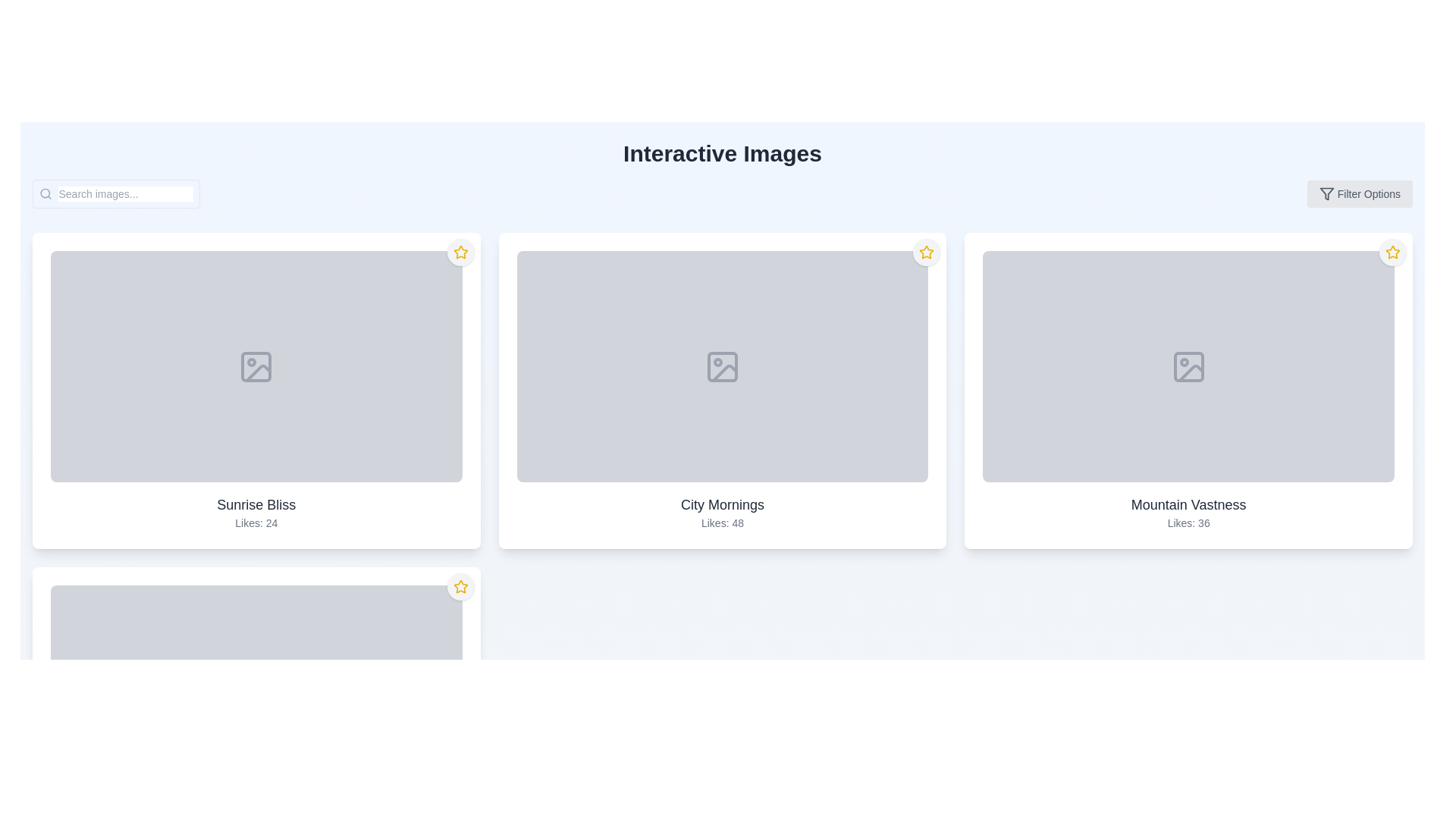 The image size is (1456, 819). What do you see at coordinates (259, 372) in the screenshot?
I see `the placeholder icon representing a missing image in the top-left region of the first card in a three-card layout` at bounding box center [259, 372].